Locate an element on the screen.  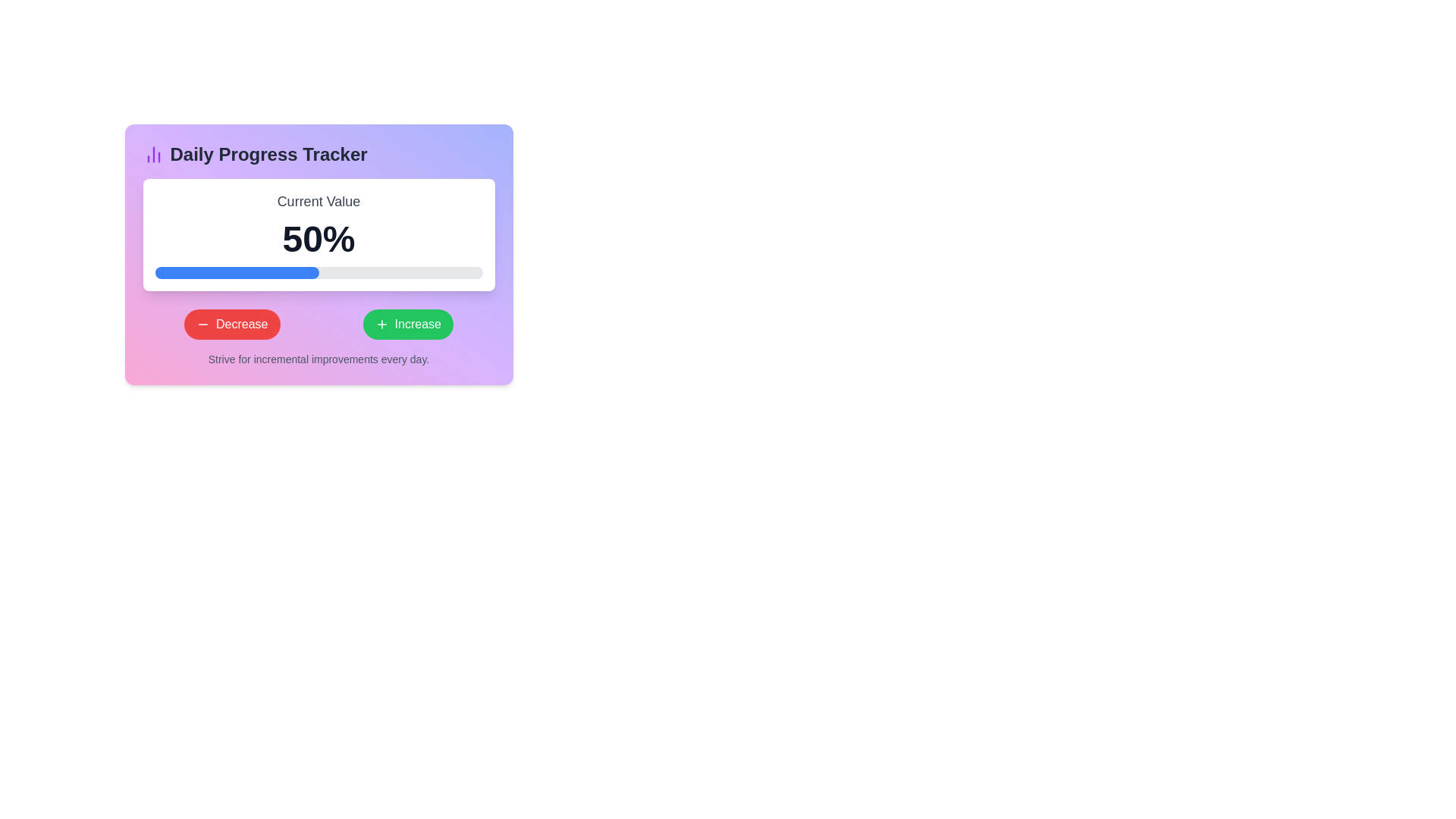
the purple bar chart icon located to the left of the 'Daily Progress Tracker' text in the header section is located at coordinates (153, 155).